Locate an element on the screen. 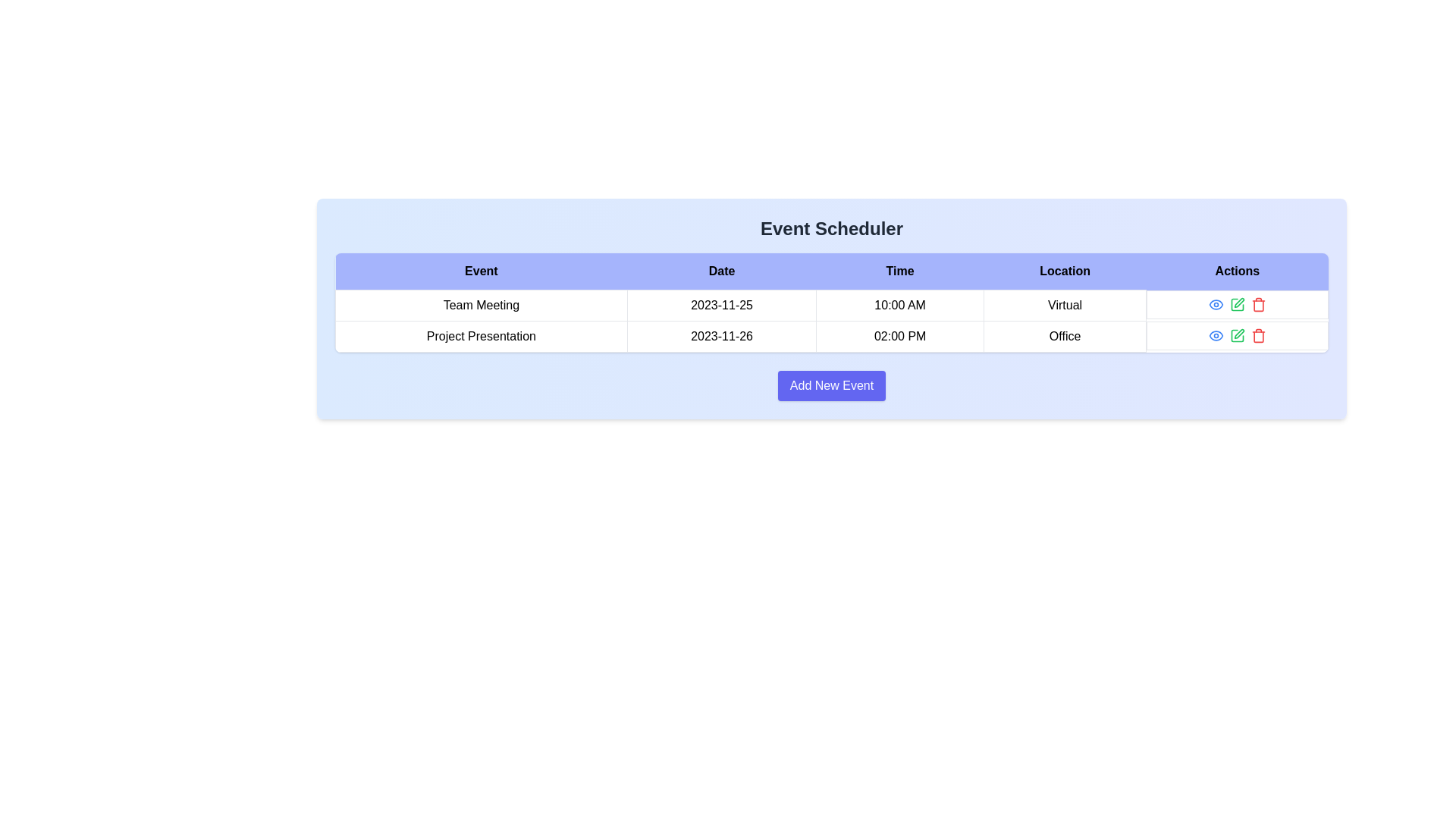 This screenshot has width=1456, height=819. the second row of the events table which contains the event 'Project Presentation', scheduled for '2023-11-26' at '02:00 PM' in the 'Office' is located at coordinates (831, 335).